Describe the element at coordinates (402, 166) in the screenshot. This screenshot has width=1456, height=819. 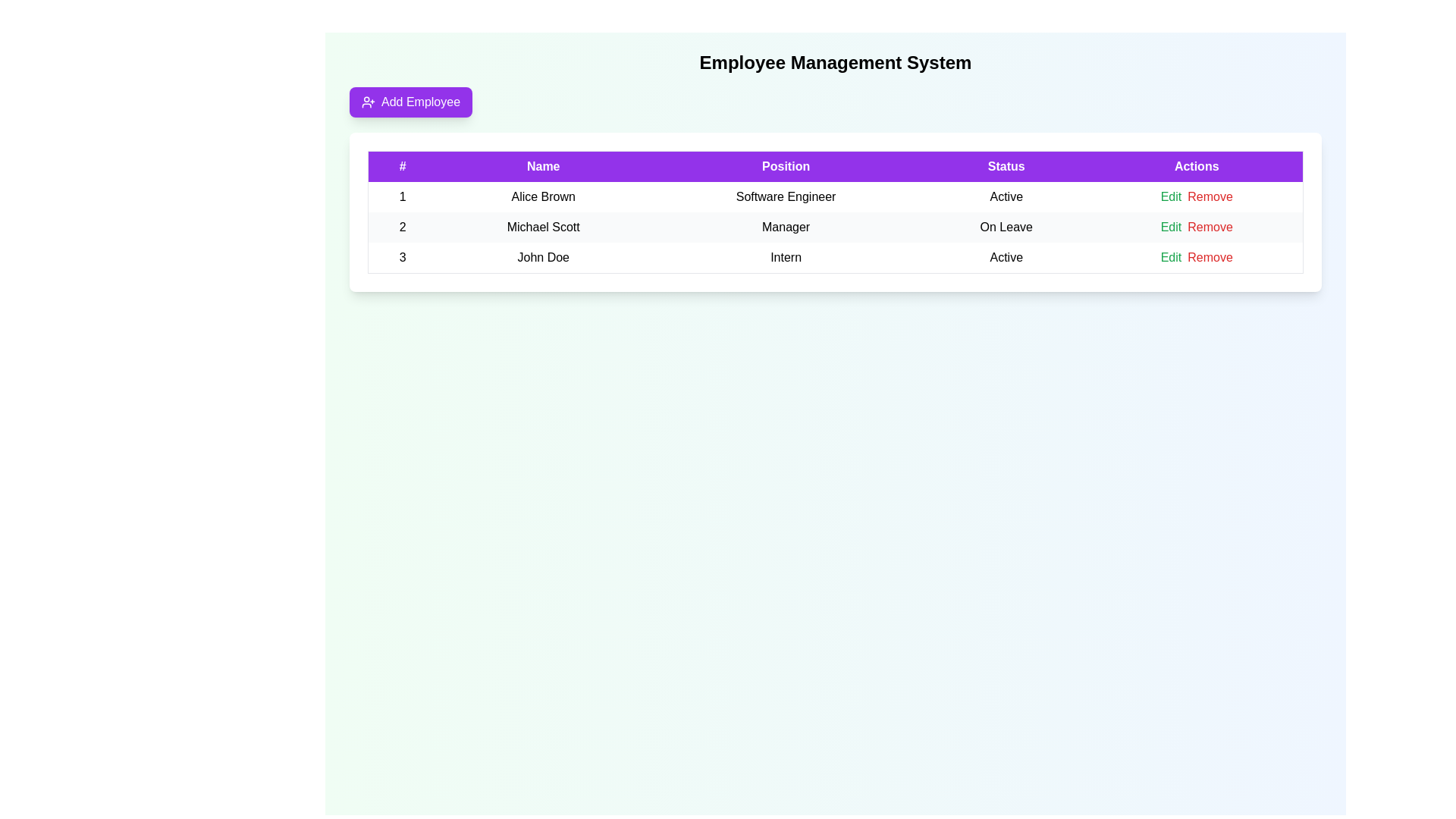
I see `the first header cell in the table that serves as a placeholder for row numbering, located on the leftmost side before the headers 'Name', 'Position', 'Status', and 'Actions'` at that location.